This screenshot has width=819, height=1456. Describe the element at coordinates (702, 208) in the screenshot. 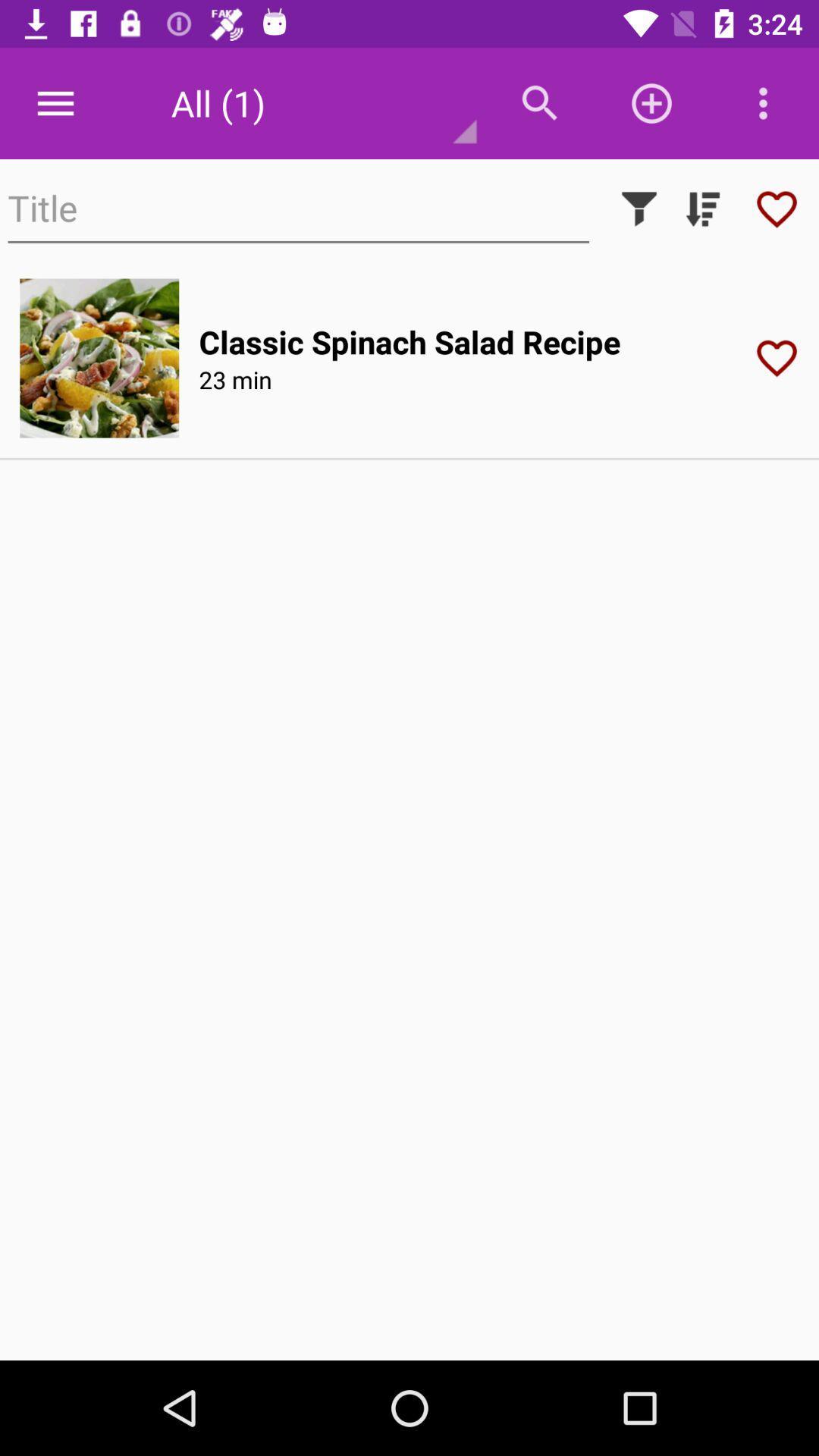

I see `sort by option` at that location.